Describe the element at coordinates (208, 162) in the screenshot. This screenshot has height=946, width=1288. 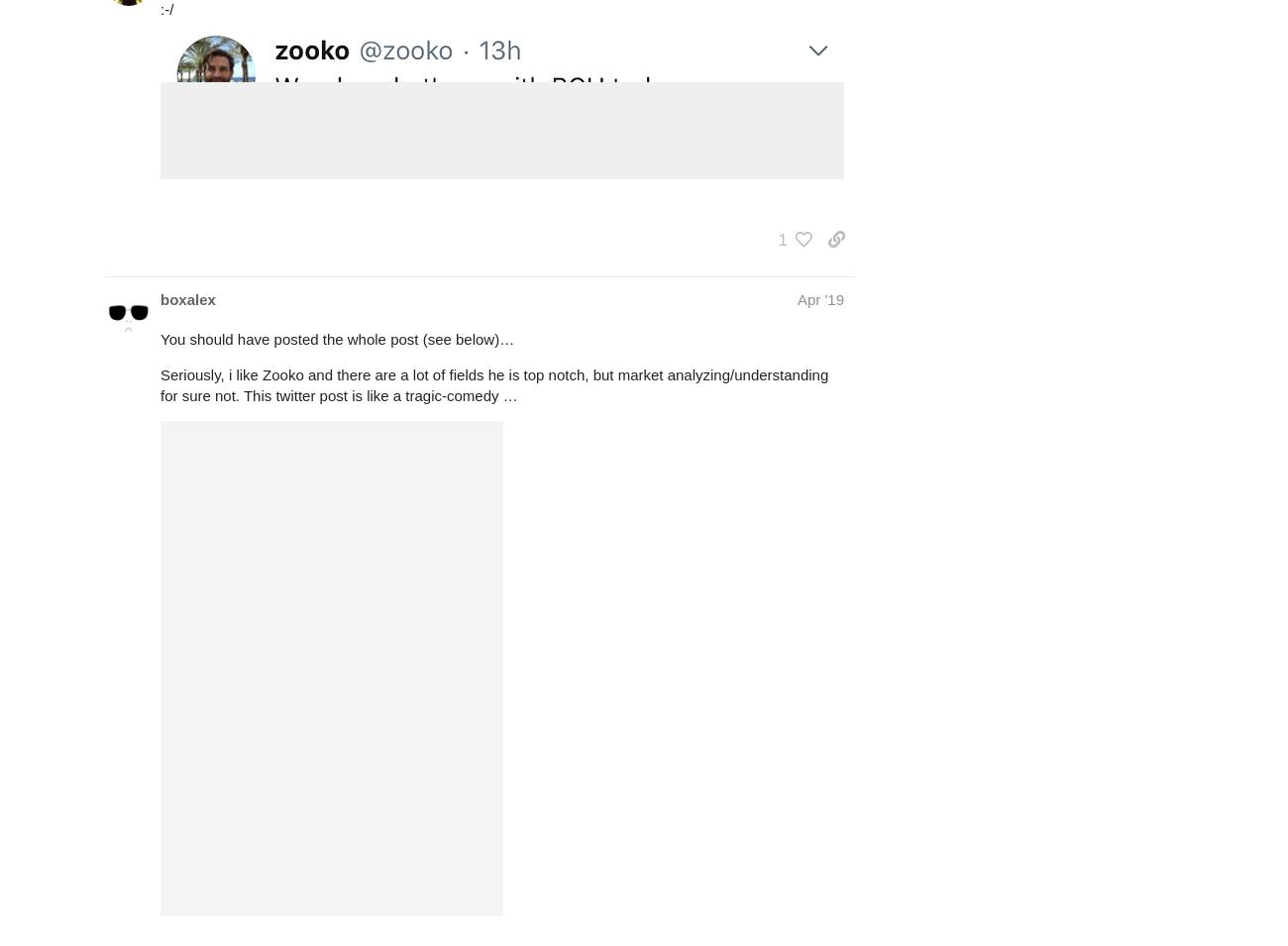
I see `'image'` at that location.